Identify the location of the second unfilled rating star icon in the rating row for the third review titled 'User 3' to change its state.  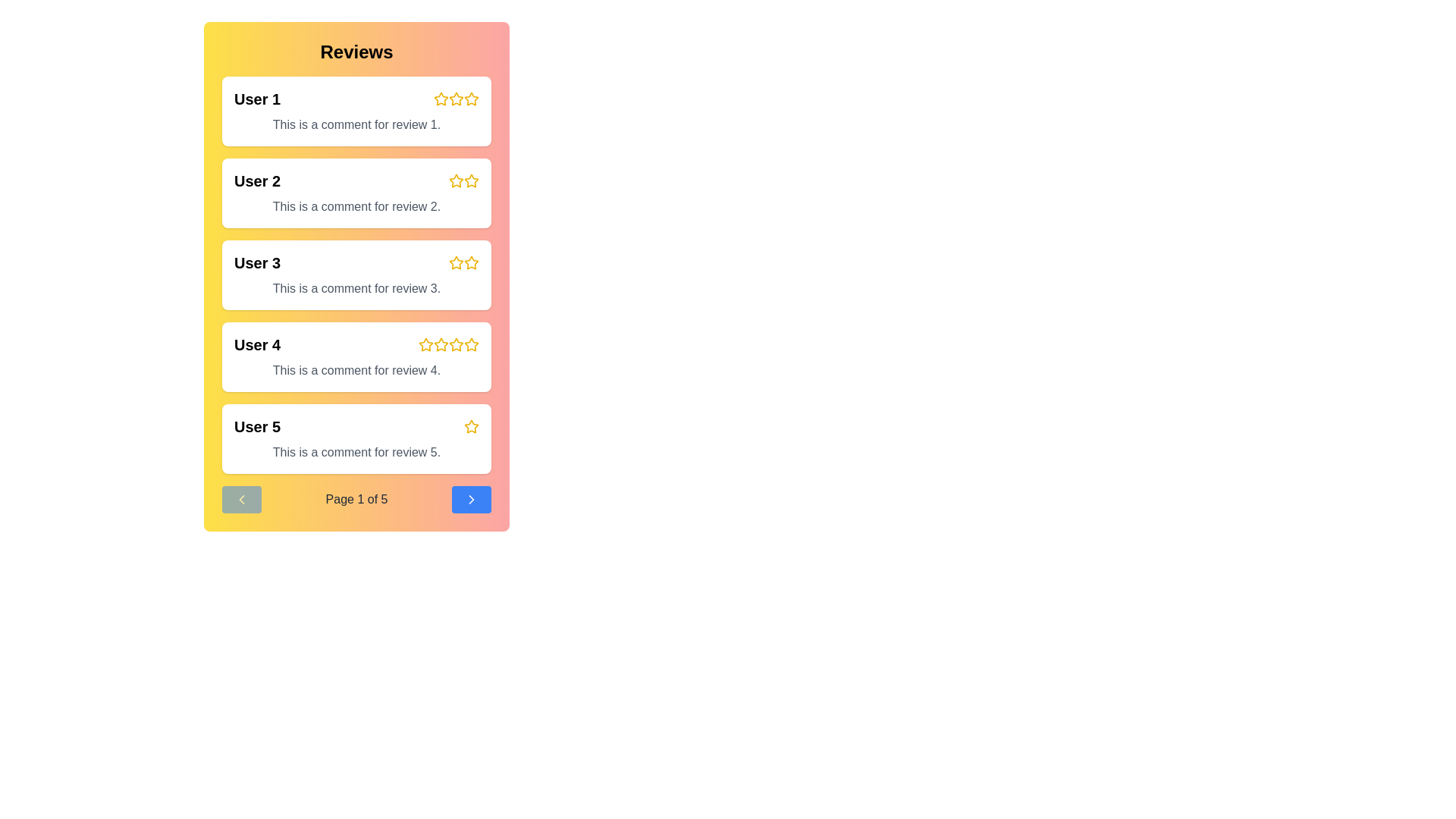
(471, 262).